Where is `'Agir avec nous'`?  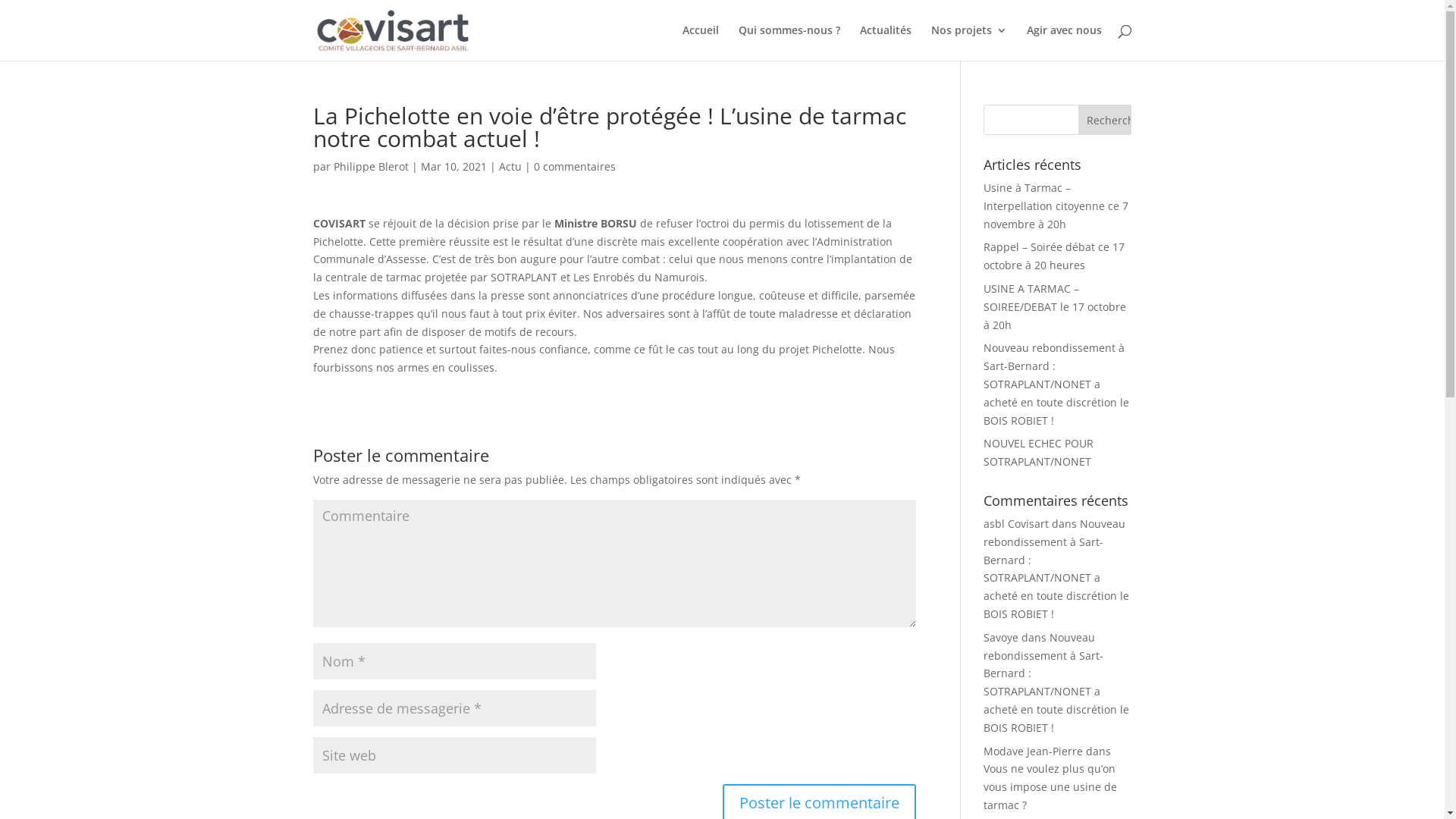
'Agir avec nous' is located at coordinates (1063, 42).